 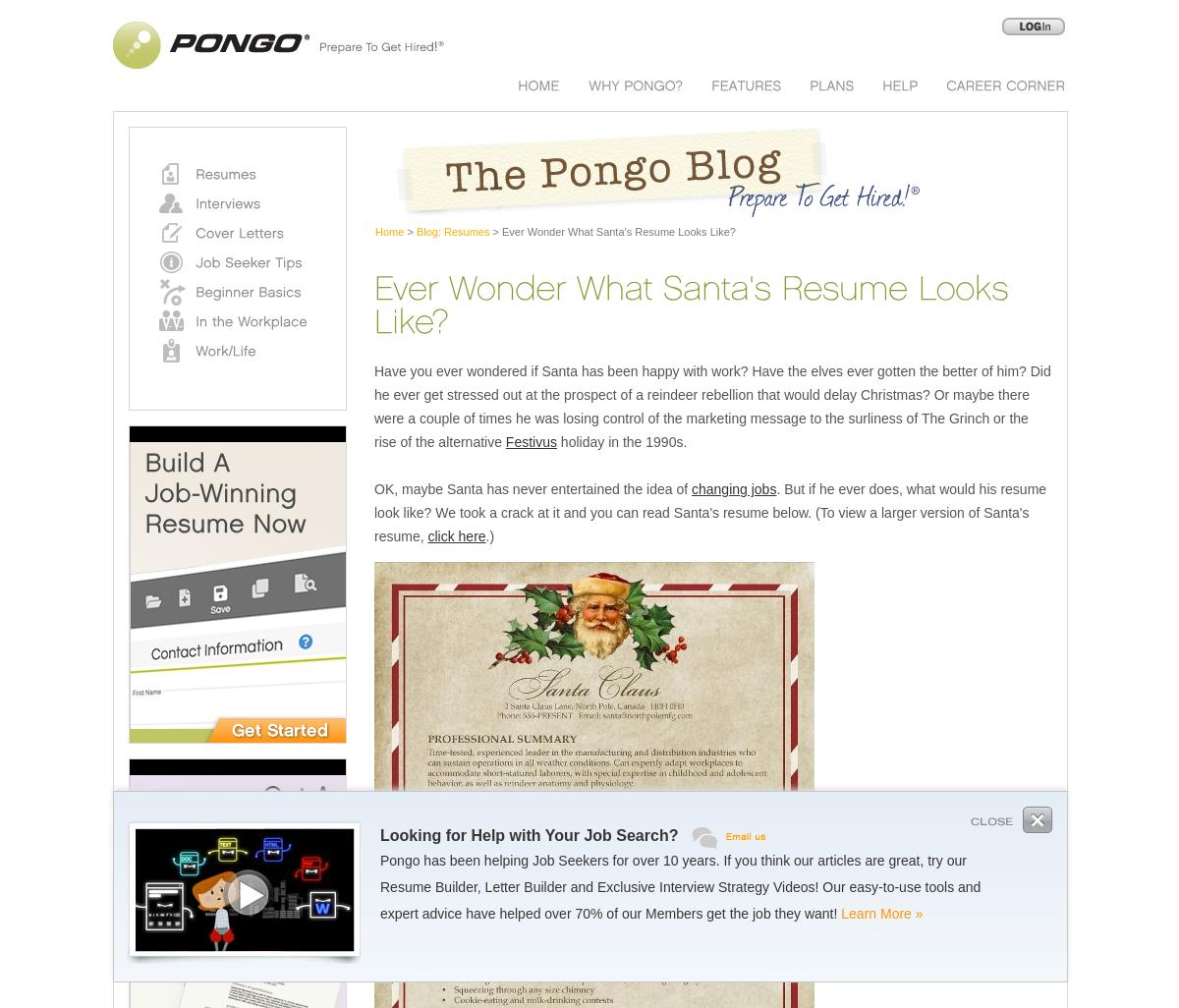 I want to click on 'holiday in the 1990s.', so click(x=621, y=442).